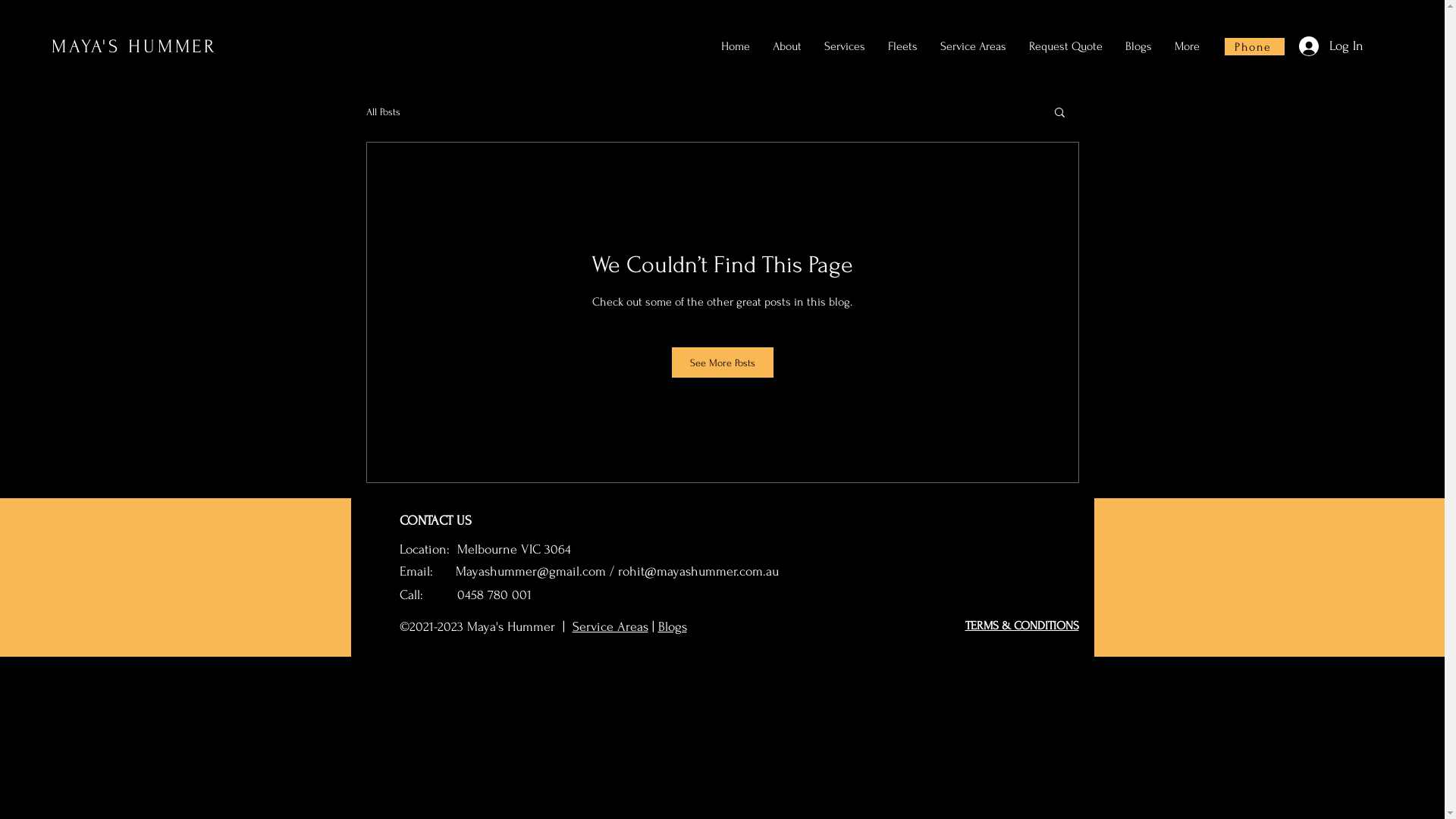 Image resolution: width=1456 pixels, height=819 pixels. I want to click on ' 0458 780 001', so click(492, 594).